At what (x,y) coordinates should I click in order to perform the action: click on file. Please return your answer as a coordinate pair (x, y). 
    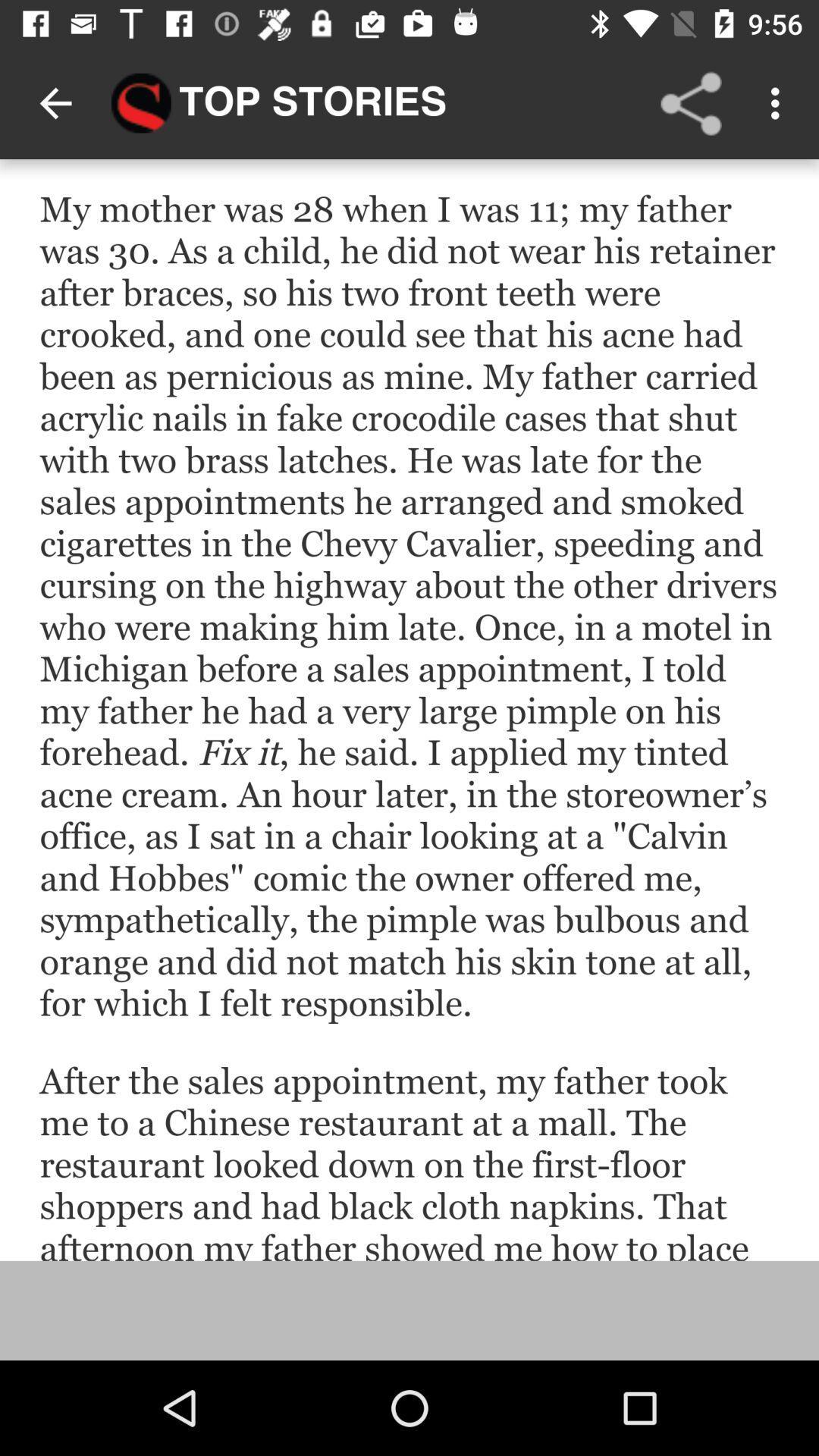
    Looking at the image, I should click on (409, 709).